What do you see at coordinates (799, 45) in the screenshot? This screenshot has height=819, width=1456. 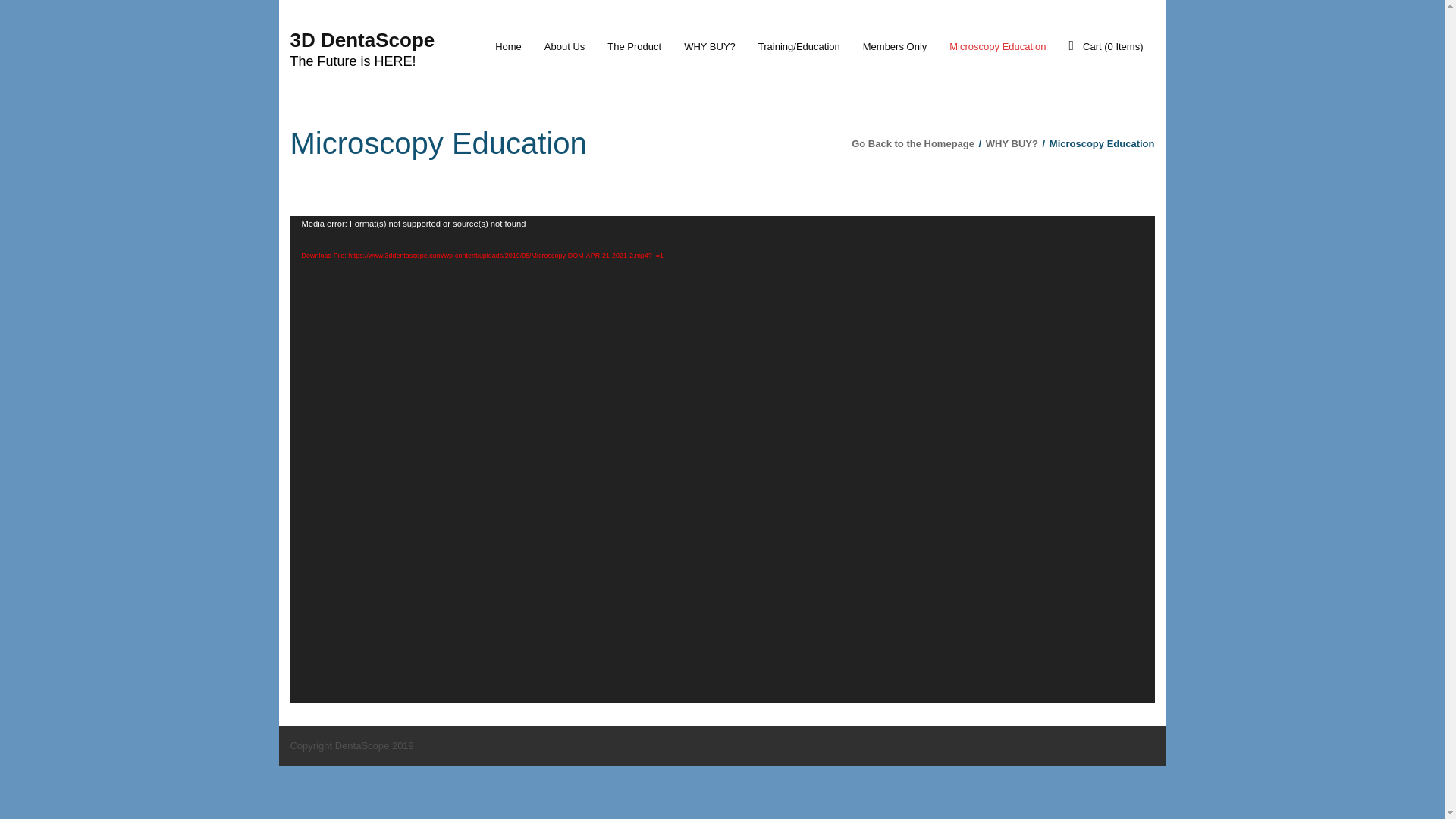 I see `'Training/Education'` at bounding box center [799, 45].